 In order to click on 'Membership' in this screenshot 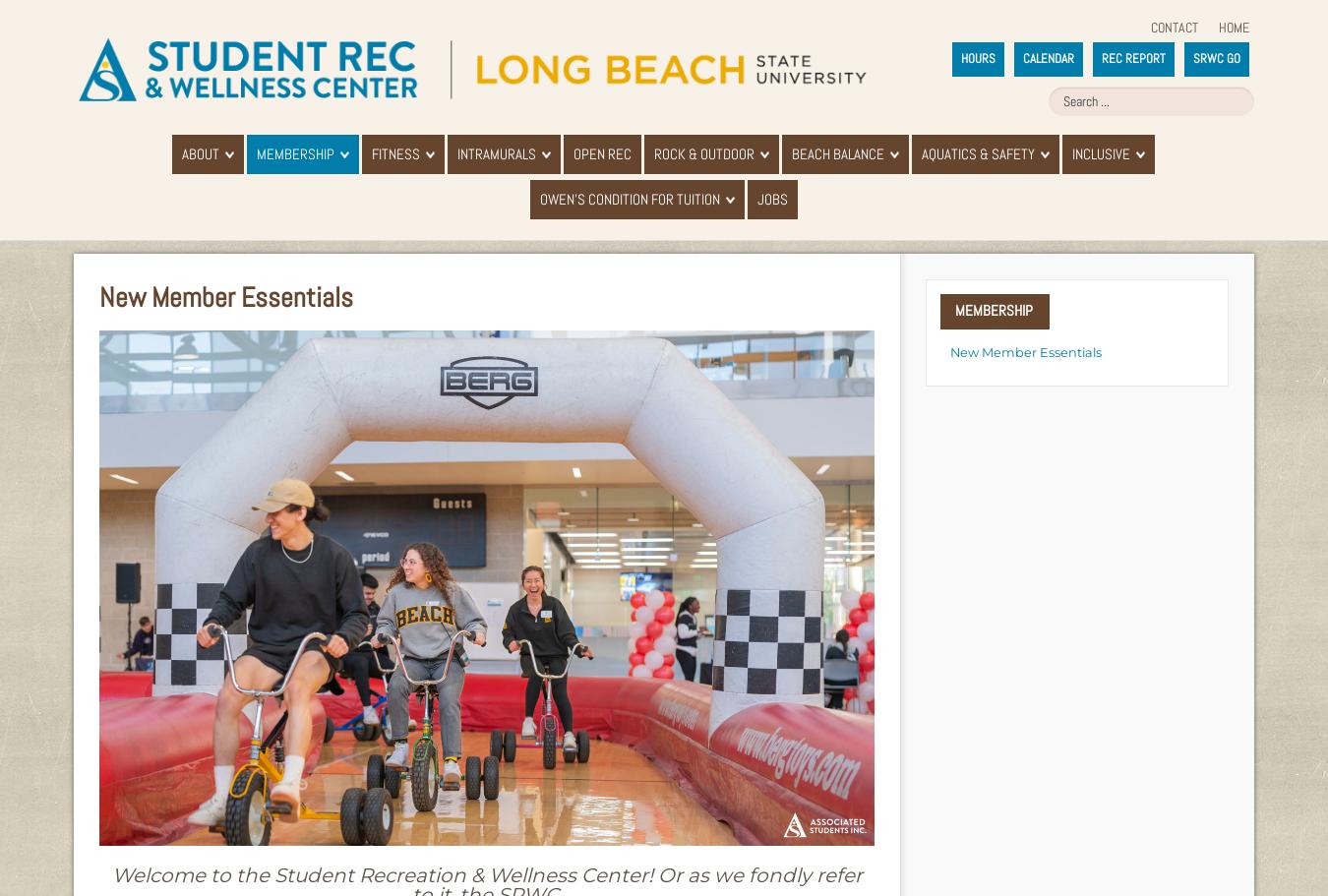, I will do `click(294, 153)`.